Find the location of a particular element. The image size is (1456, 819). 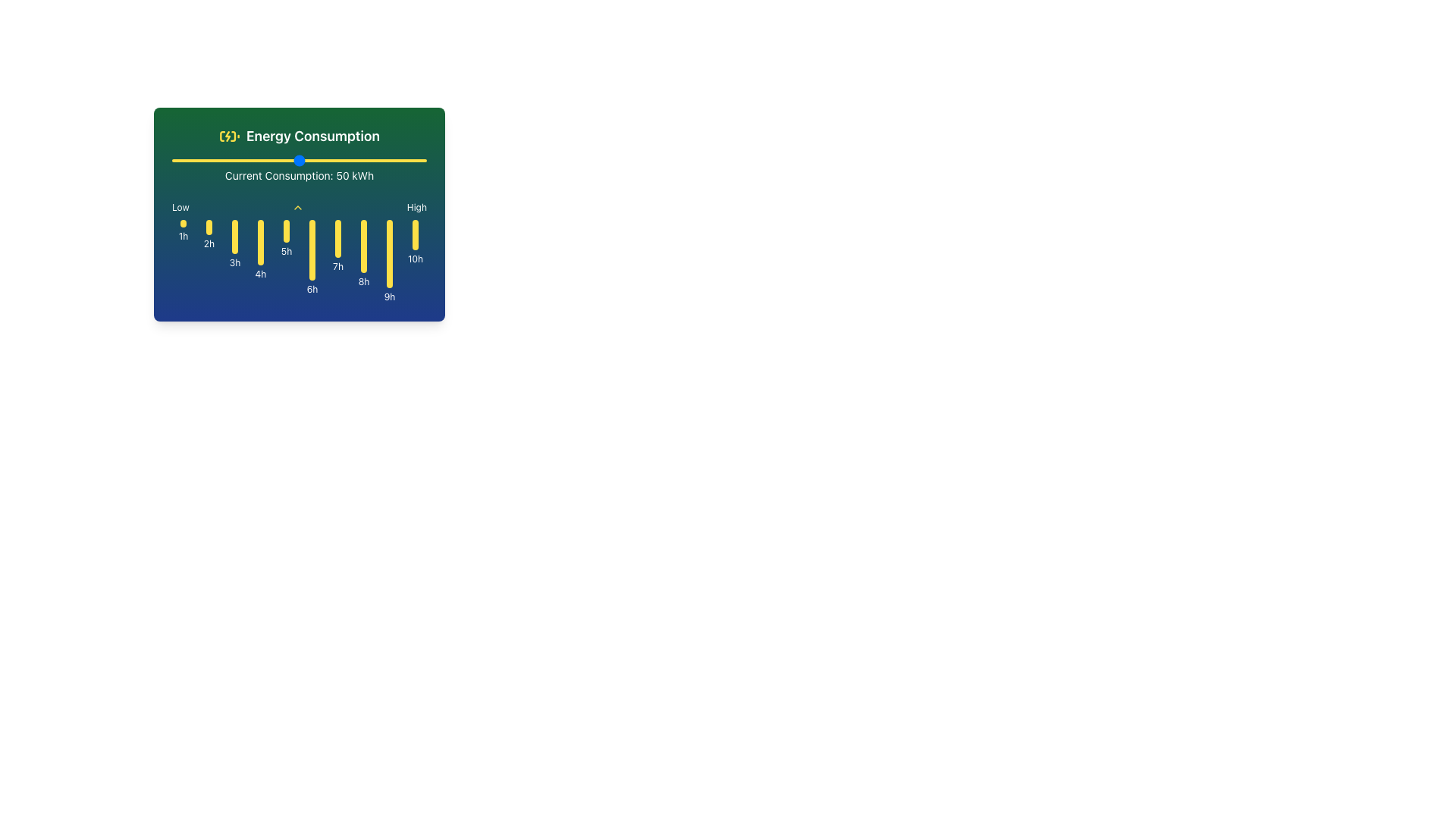

the static visual marker positioned above the '1h' label on the timeline graph is located at coordinates (182, 223).